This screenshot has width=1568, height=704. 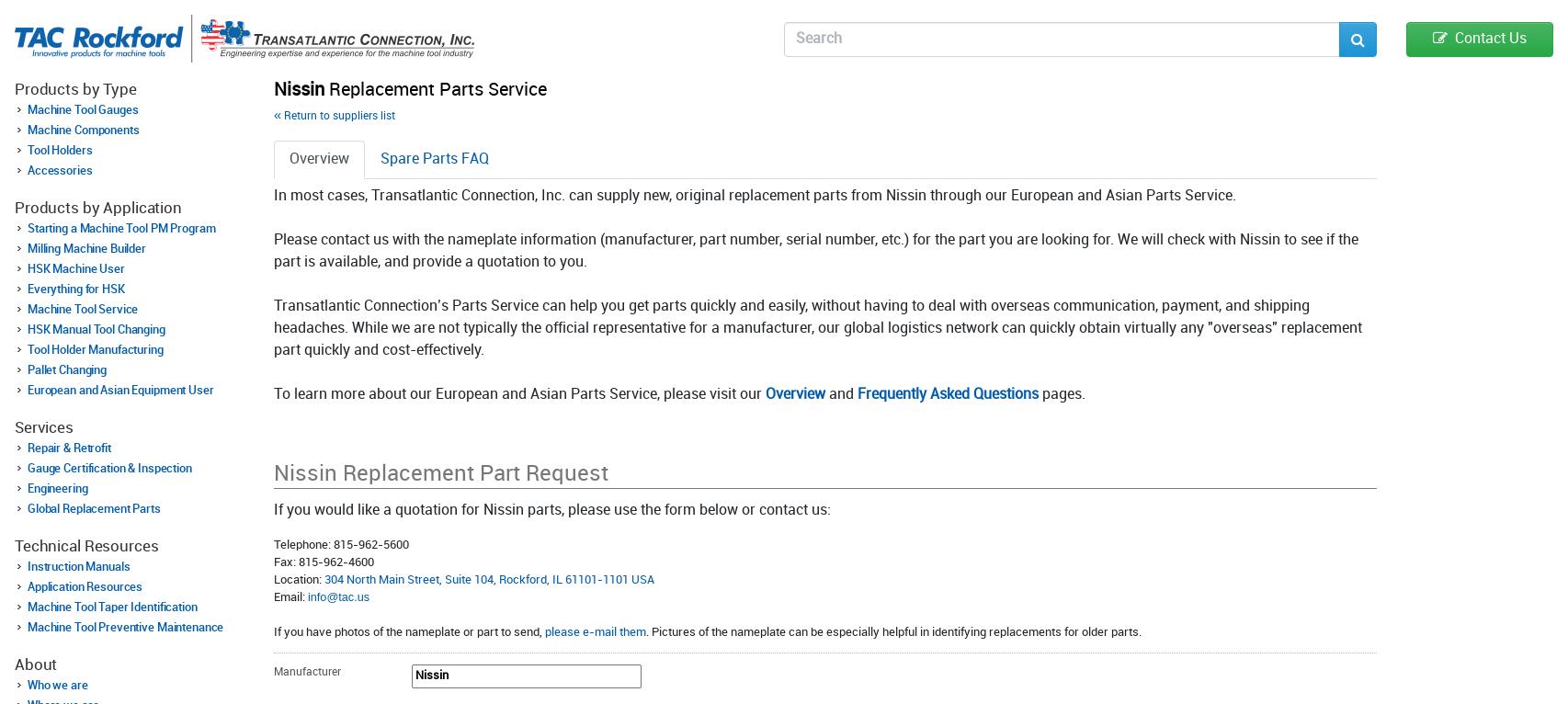 What do you see at coordinates (94, 506) in the screenshot?
I see `'Global Replacement Parts'` at bounding box center [94, 506].